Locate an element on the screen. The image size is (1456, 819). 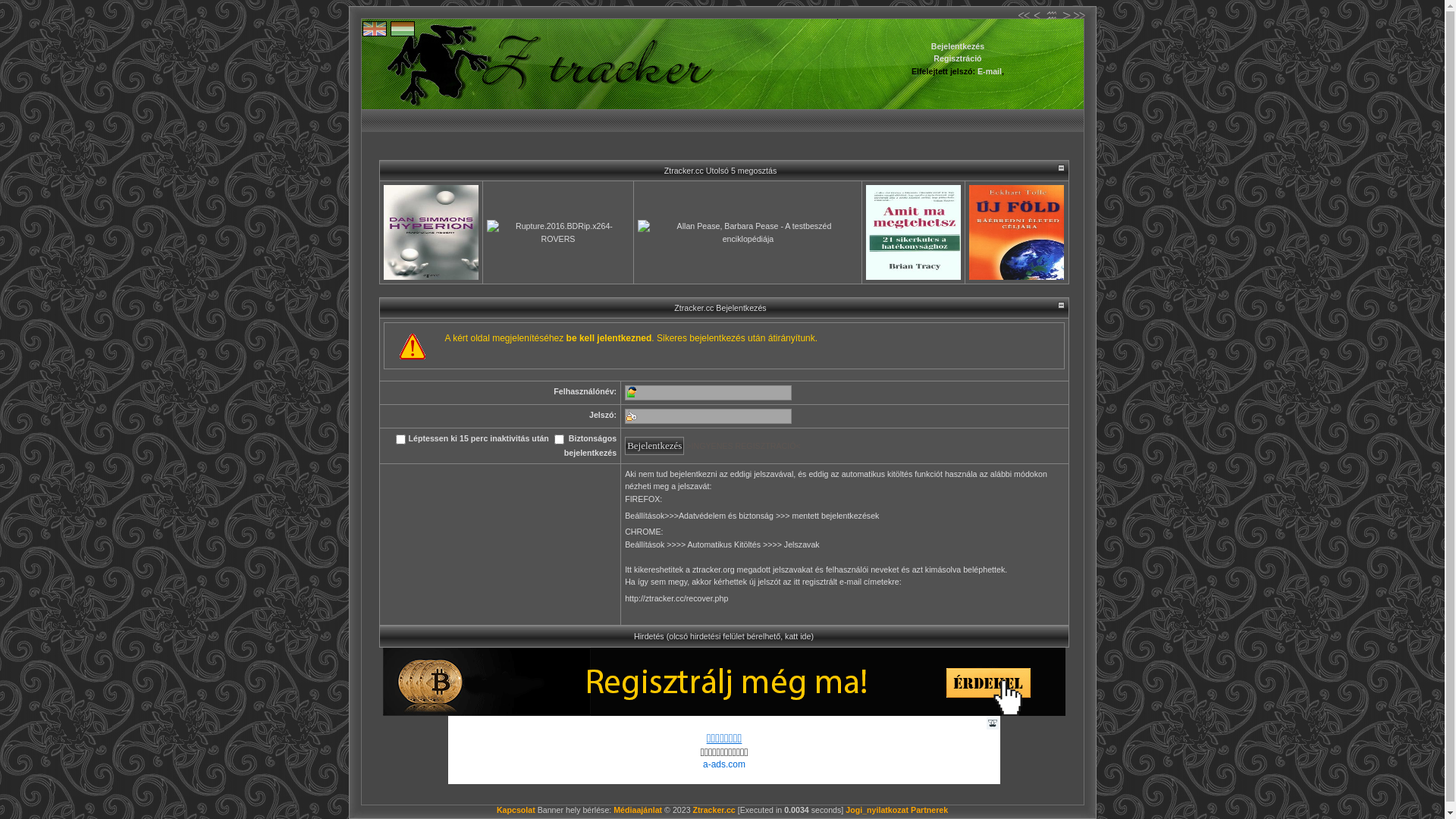
'Kapcsolat' is located at coordinates (516, 809).